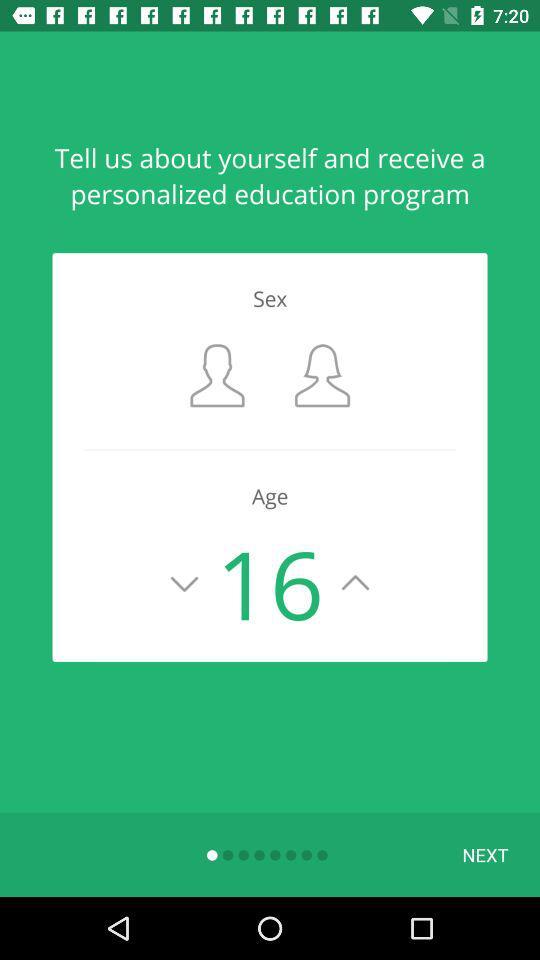 This screenshot has width=540, height=960. What do you see at coordinates (484, 853) in the screenshot?
I see `the item below age icon` at bounding box center [484, 853].